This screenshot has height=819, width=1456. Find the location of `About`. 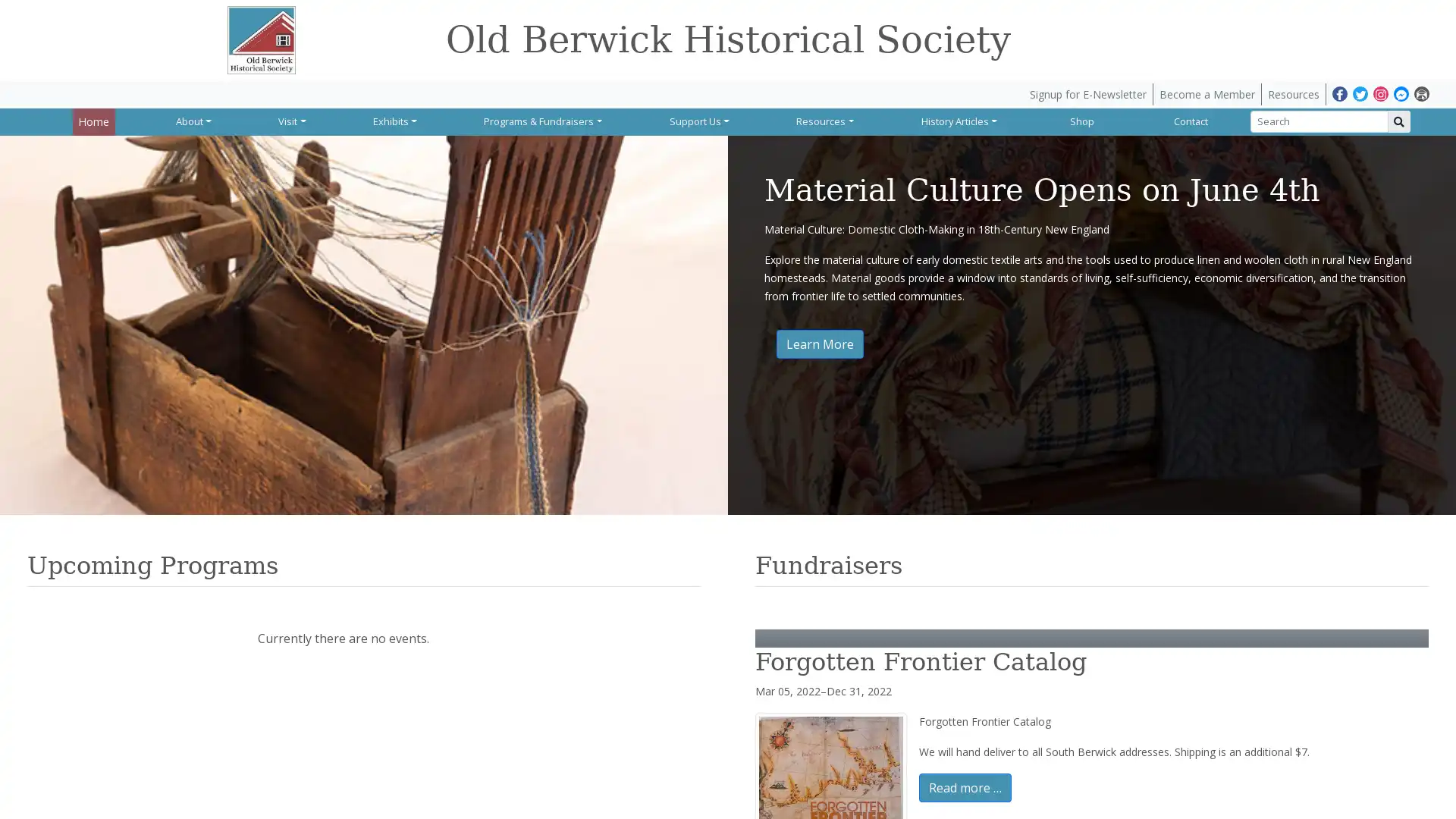

About is located at coordinates (193, 120).